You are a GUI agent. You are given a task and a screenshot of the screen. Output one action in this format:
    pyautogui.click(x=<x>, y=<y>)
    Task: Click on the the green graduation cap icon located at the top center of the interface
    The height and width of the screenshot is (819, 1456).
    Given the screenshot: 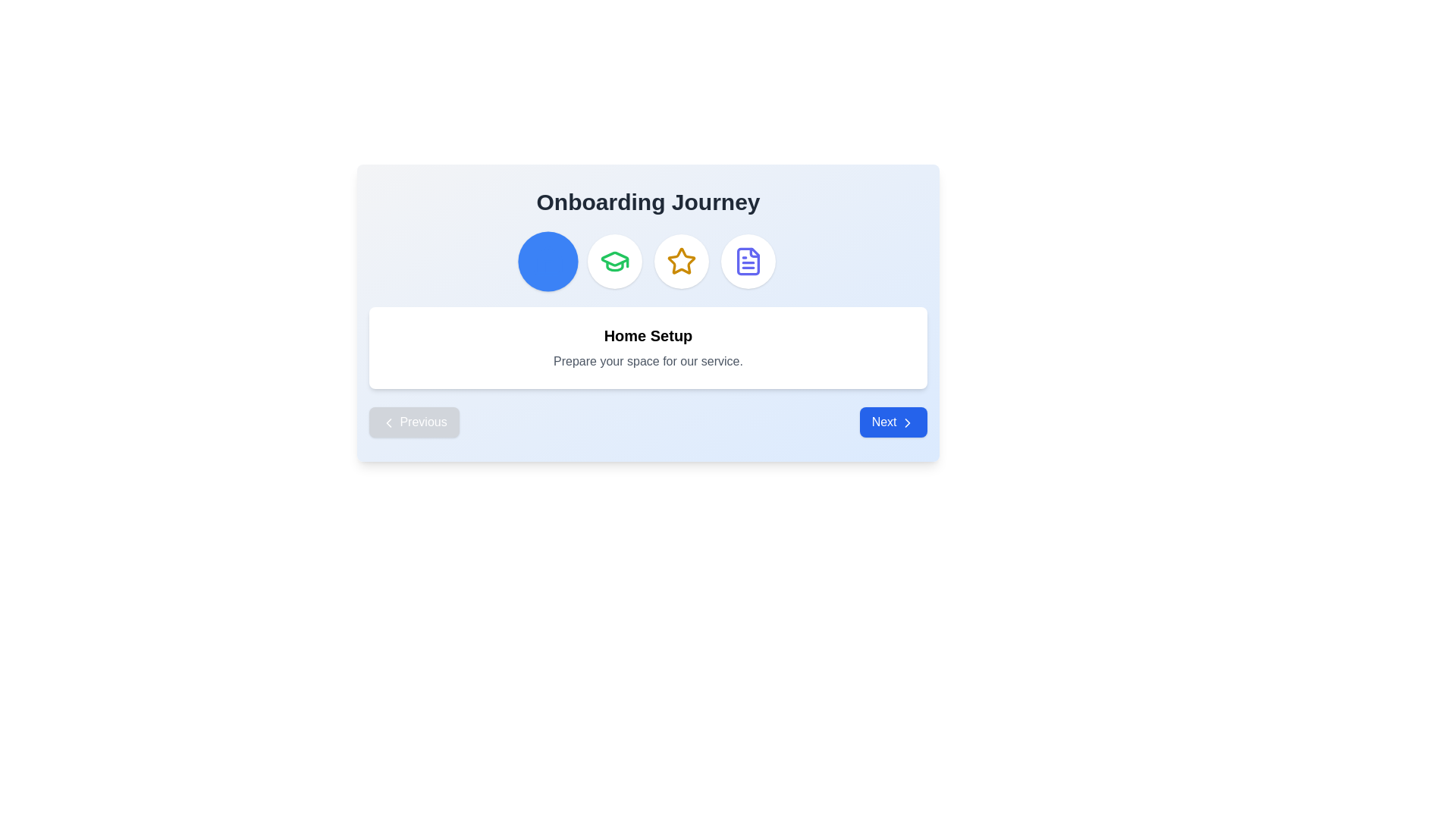 What is the action you would take?
    pyautogui.click(x=615, y=260)
    